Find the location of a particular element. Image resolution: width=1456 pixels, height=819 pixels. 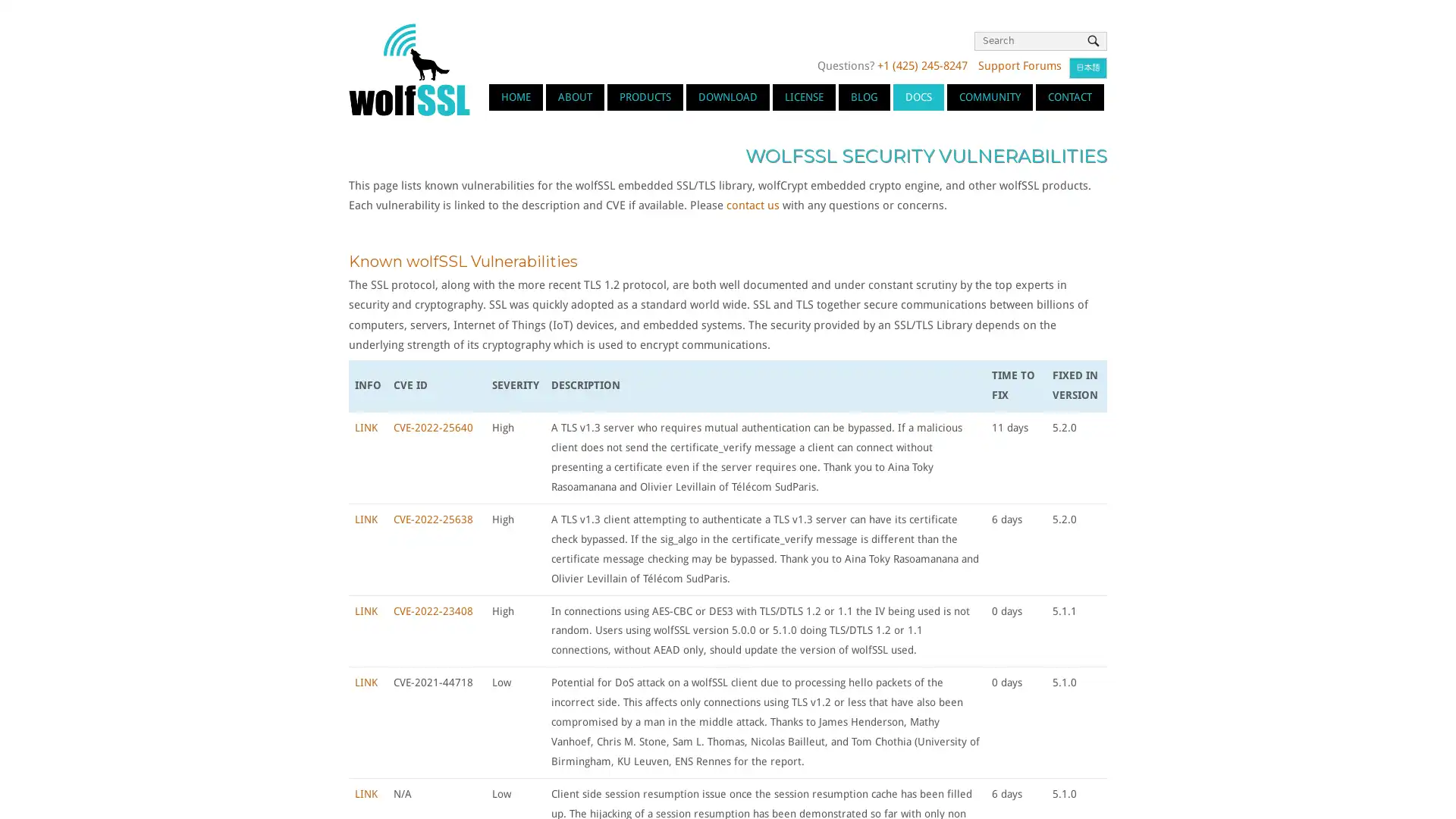

Search is located at coordinates (1093, 40).